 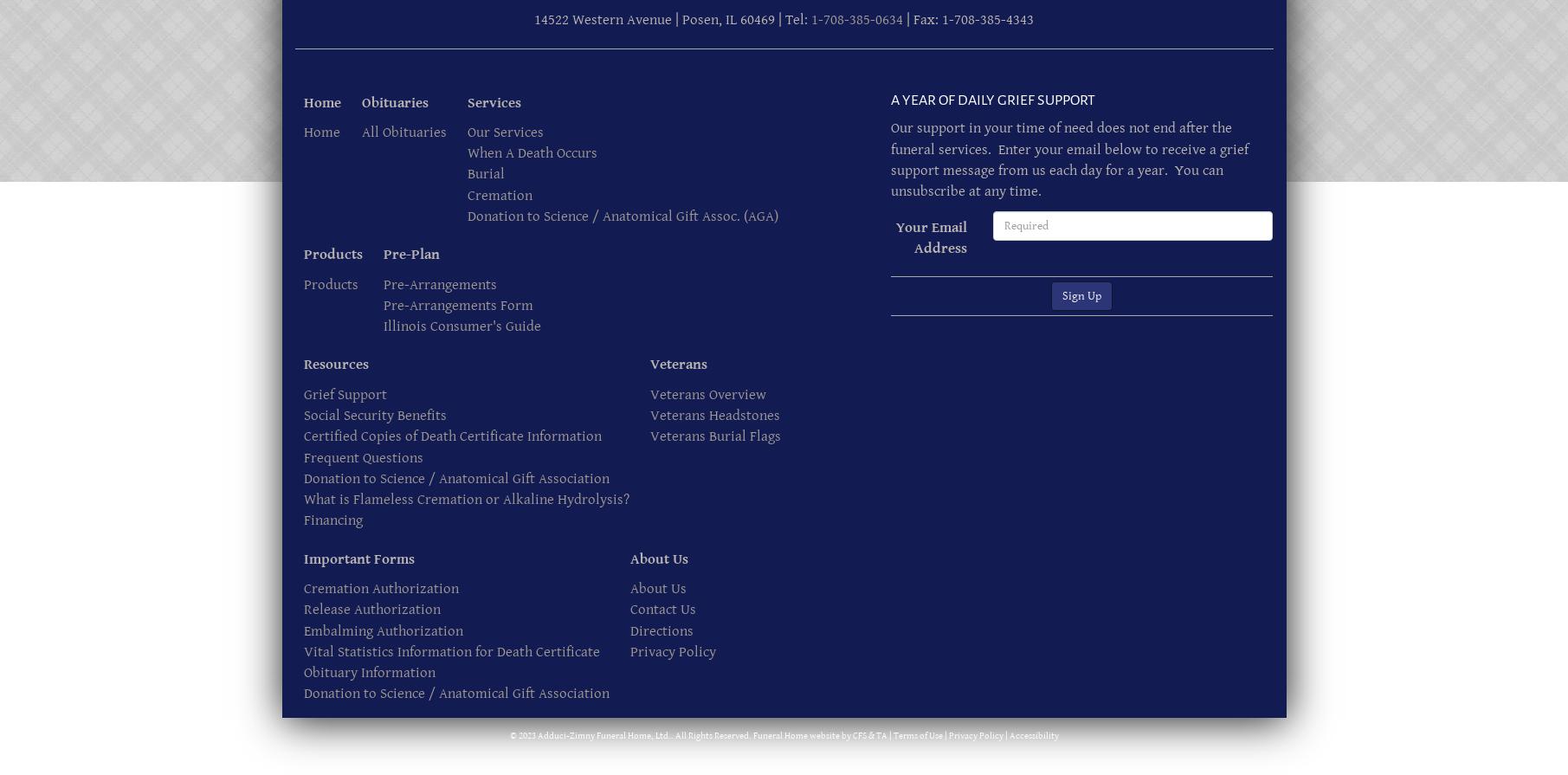 I want to click on 'Veterans Overview', so click(x=648, y=393).